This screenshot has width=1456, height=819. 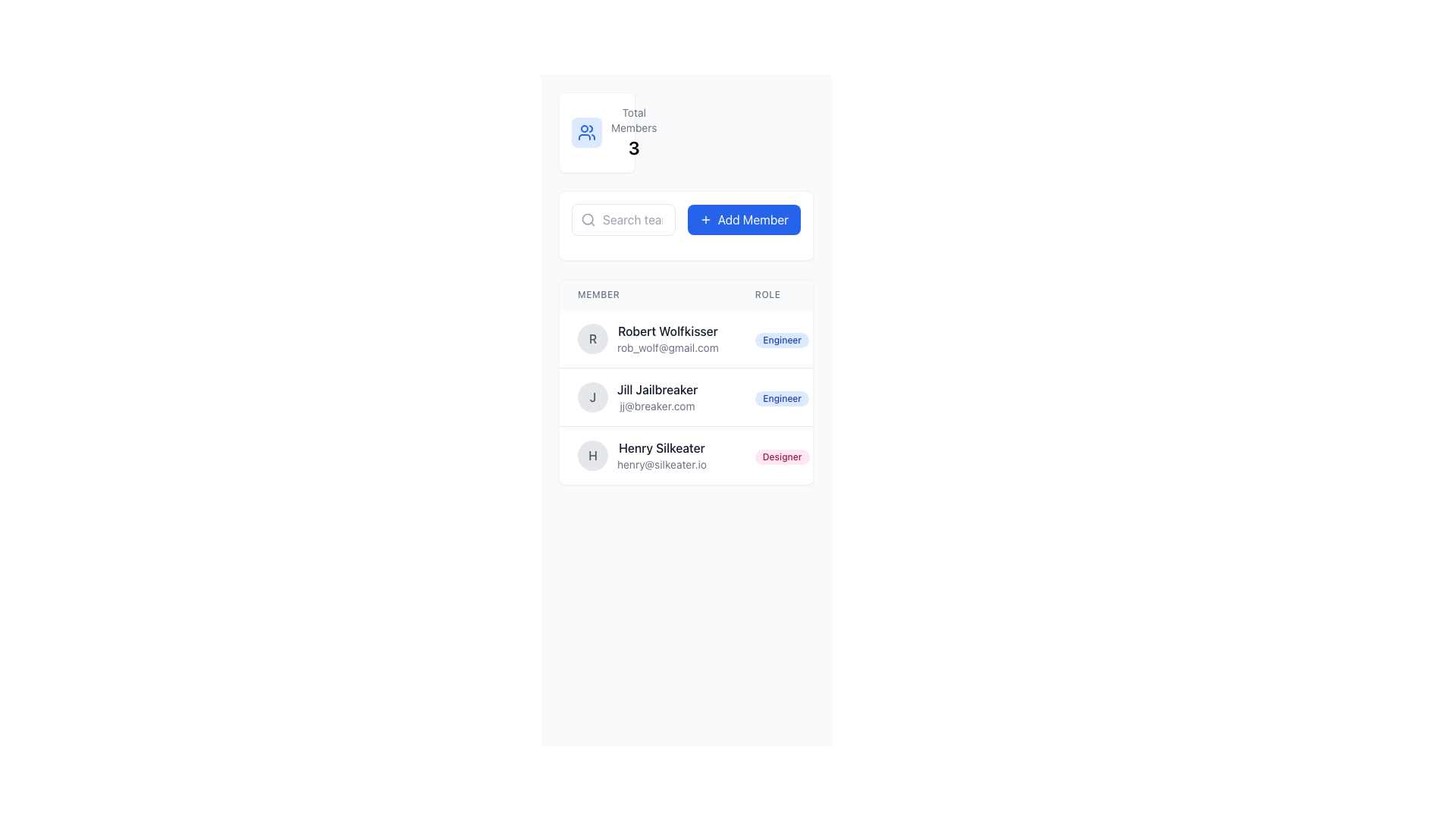 What do you see at coordinates (782, 338) in the screenshot?
I see `the badge labeled 'Engineer' in blue font` at bounding box center [782, 338].